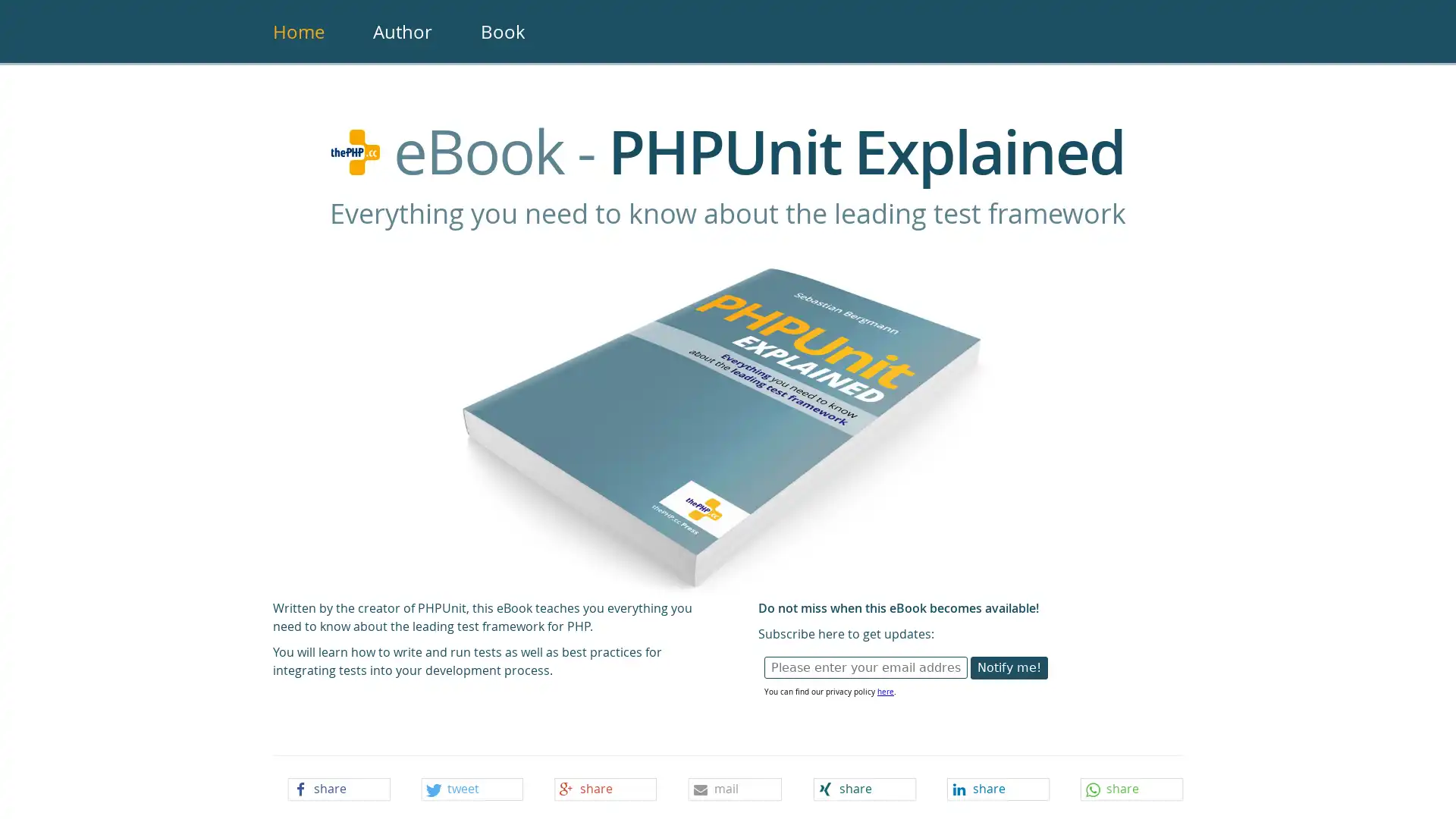 This screenshot has height=819, width=1456. What do you see at coordinates (471, 789) in the screenshot?
I see `Share on Twitter` at bounding box center [471, 789].